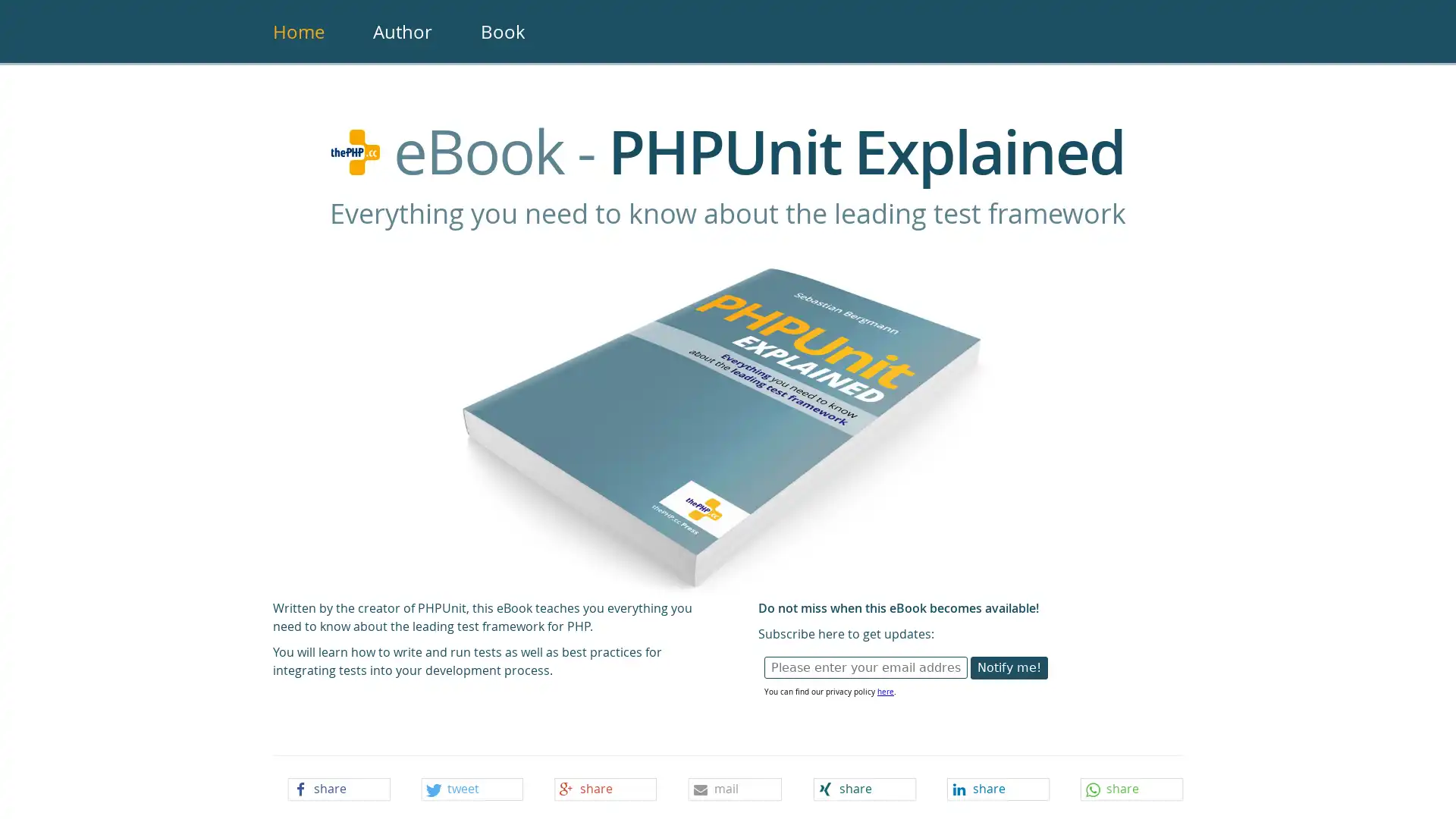 This screenshot has height=819, width=1456. What do you see at coordinates (471, 789) in the screenshot?
I see `Share on Twitter` at bounding box center [471, 789].